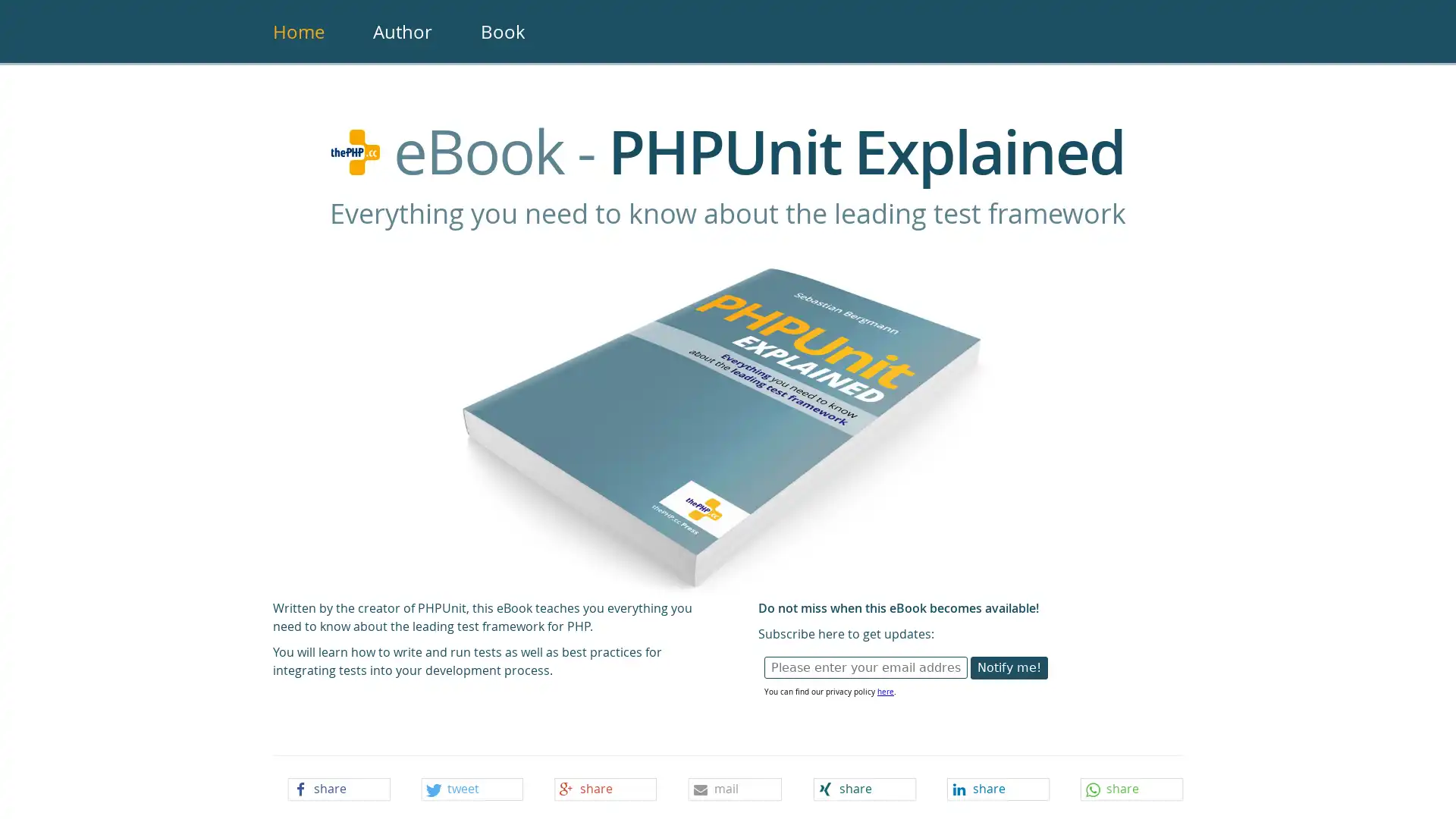 This screenshot has height=819, width=1456. What do you see at coordinates (471, 789) in the screenshot?
I see `Share on Twitter` at bounding box center [471, 789].